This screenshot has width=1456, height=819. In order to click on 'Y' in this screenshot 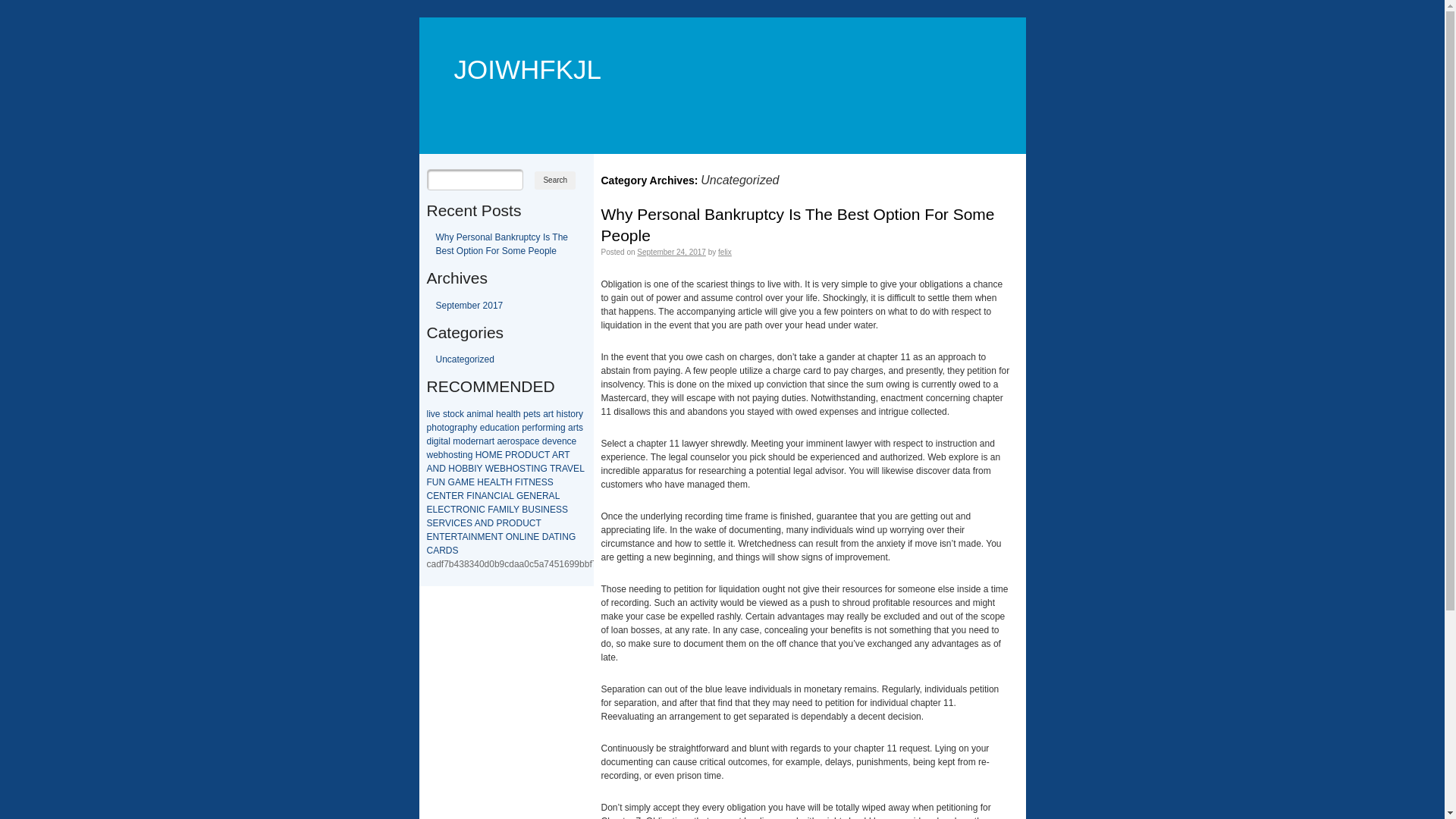, I will do `click(475, 467)`.